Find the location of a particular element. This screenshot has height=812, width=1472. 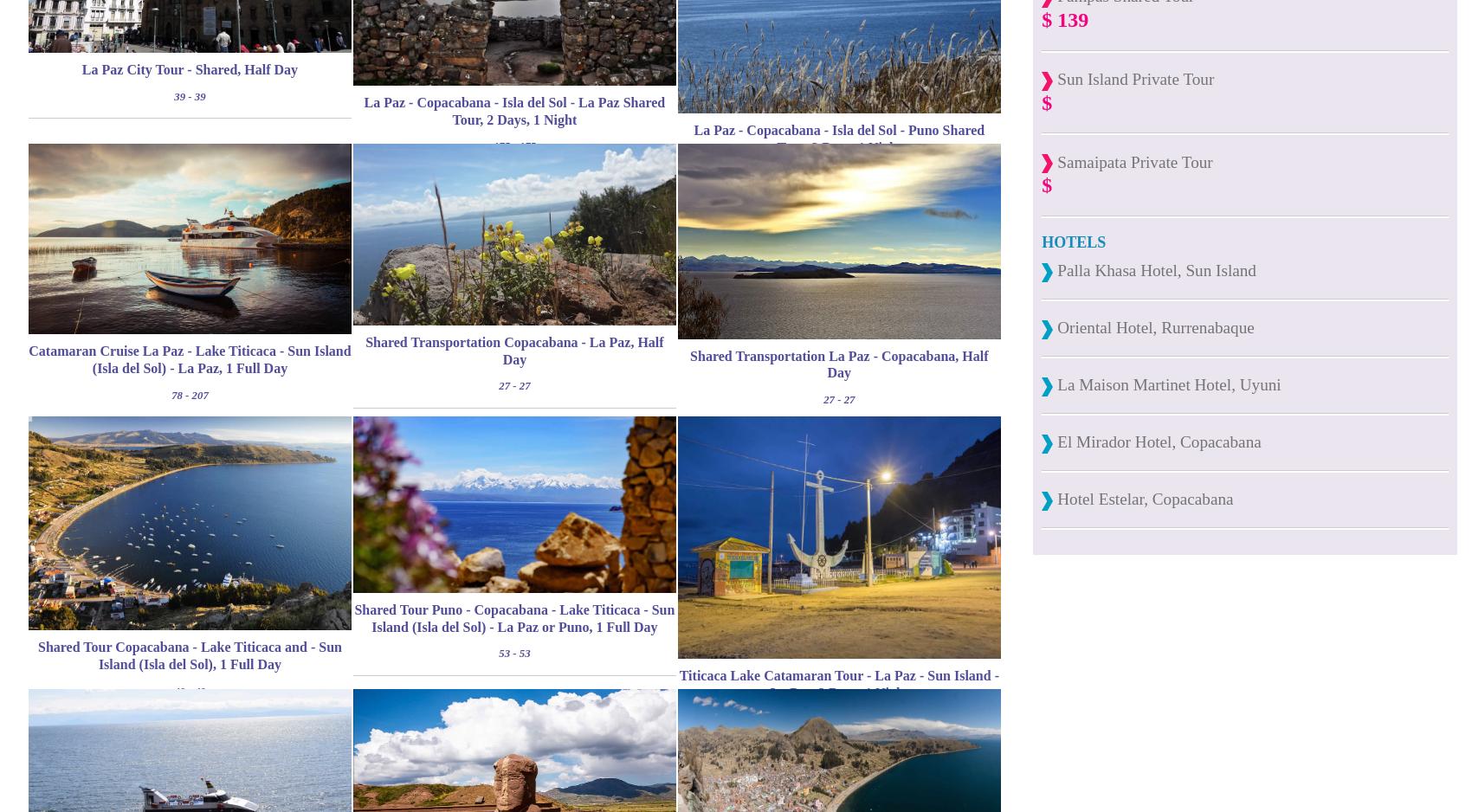

'HOTELS' is located at coordinates (1040, 242).